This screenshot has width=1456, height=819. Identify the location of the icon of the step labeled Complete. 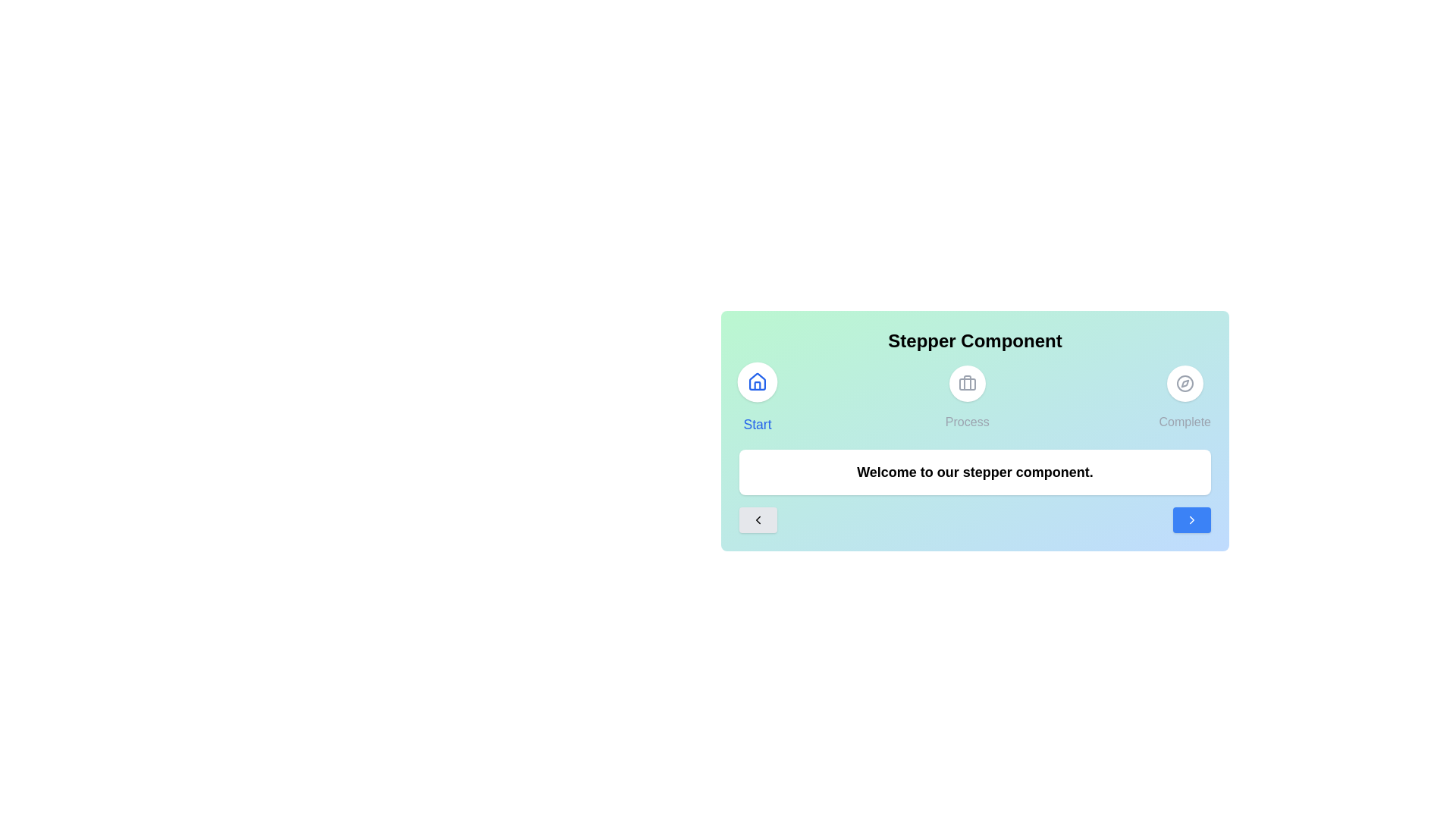
(1183, 382).